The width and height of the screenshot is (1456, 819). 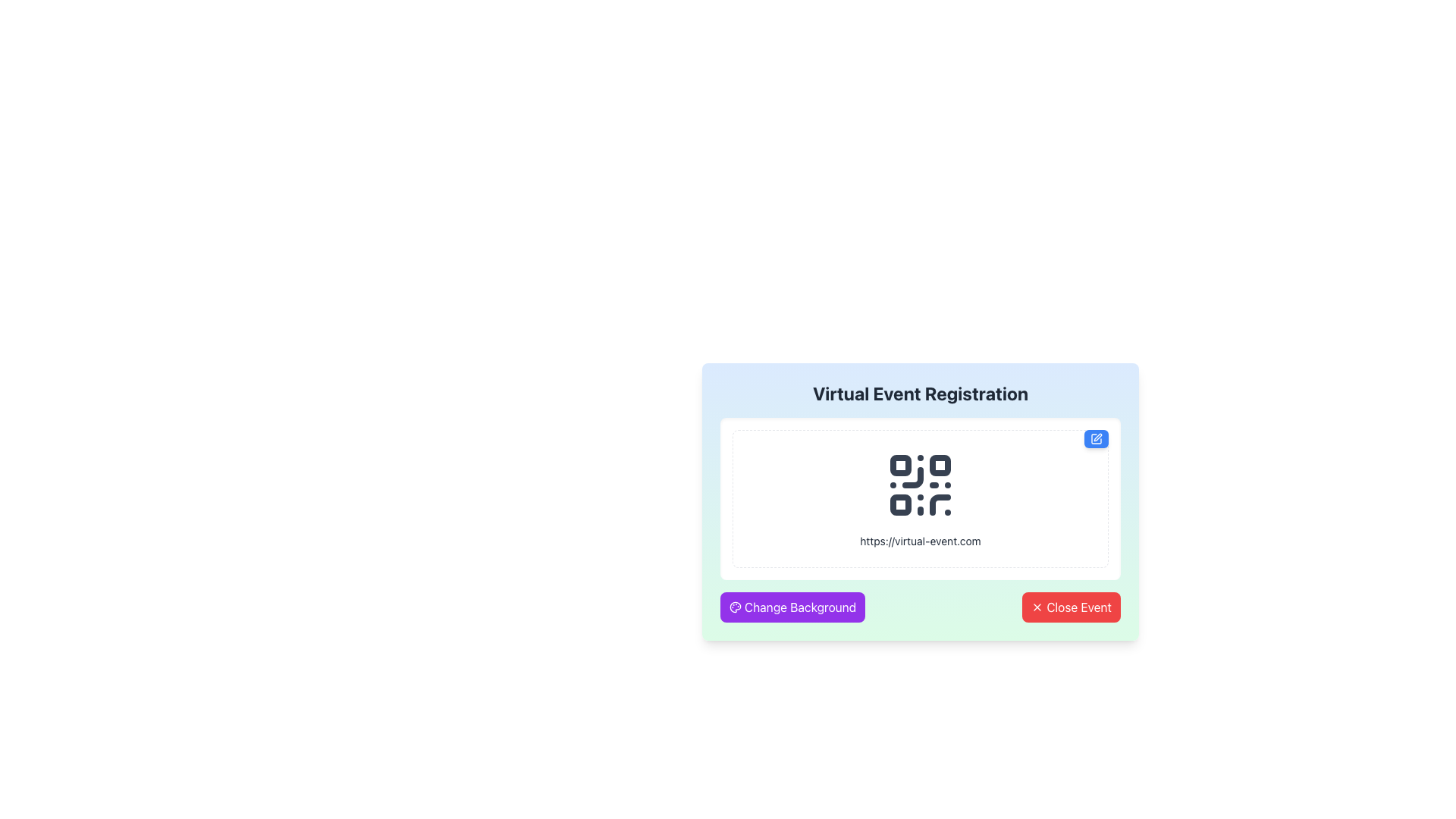 What do you see at coordinates (939, 464) in the screenshot?
I see `the small rounded rectangle decorative part of the QR code icon located in the top-right quadrant, which is the second small square in the horizontal sequence` at bounding box center [939, 464].